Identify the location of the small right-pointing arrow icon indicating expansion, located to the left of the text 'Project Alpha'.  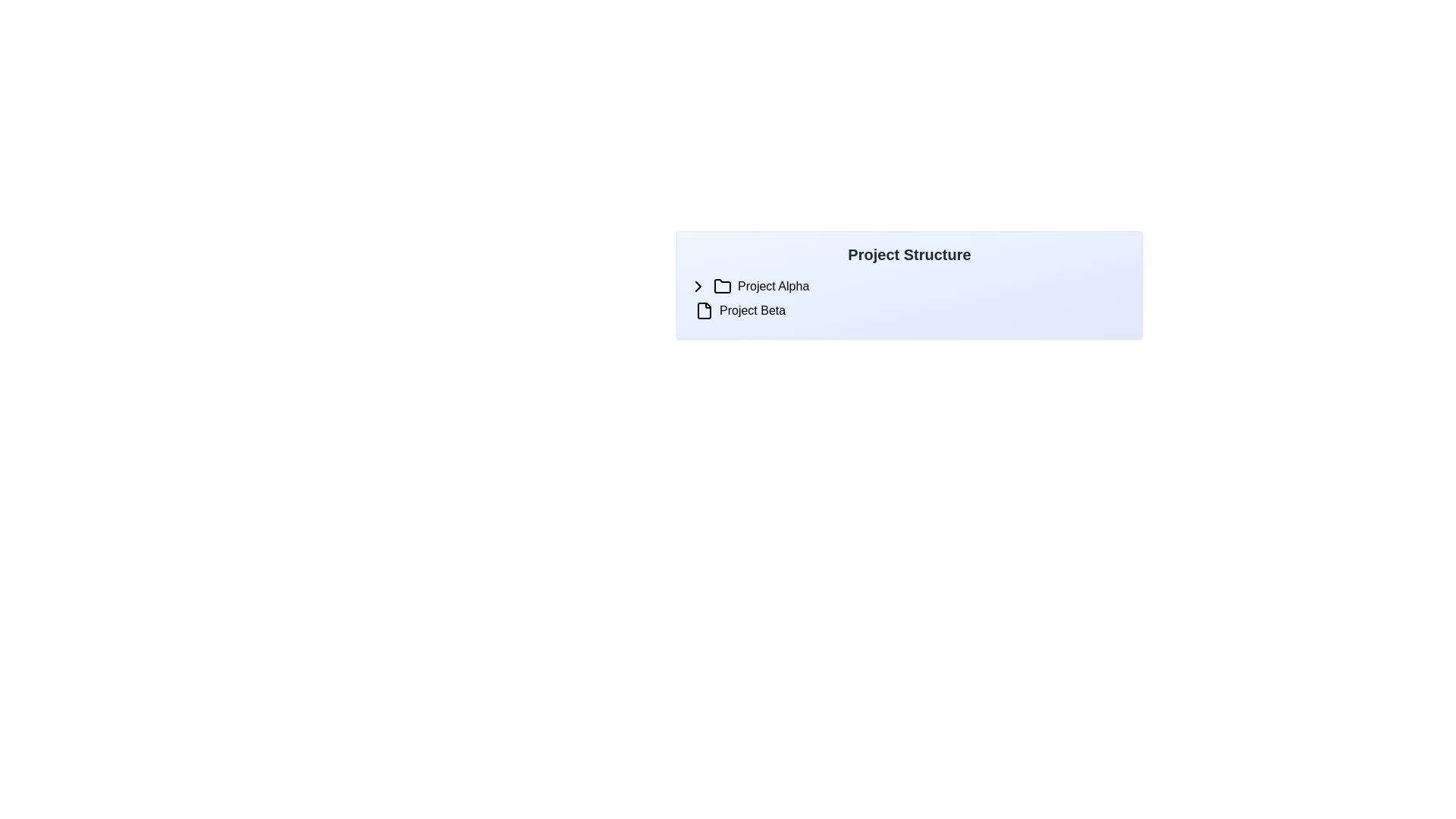
(698, 287).